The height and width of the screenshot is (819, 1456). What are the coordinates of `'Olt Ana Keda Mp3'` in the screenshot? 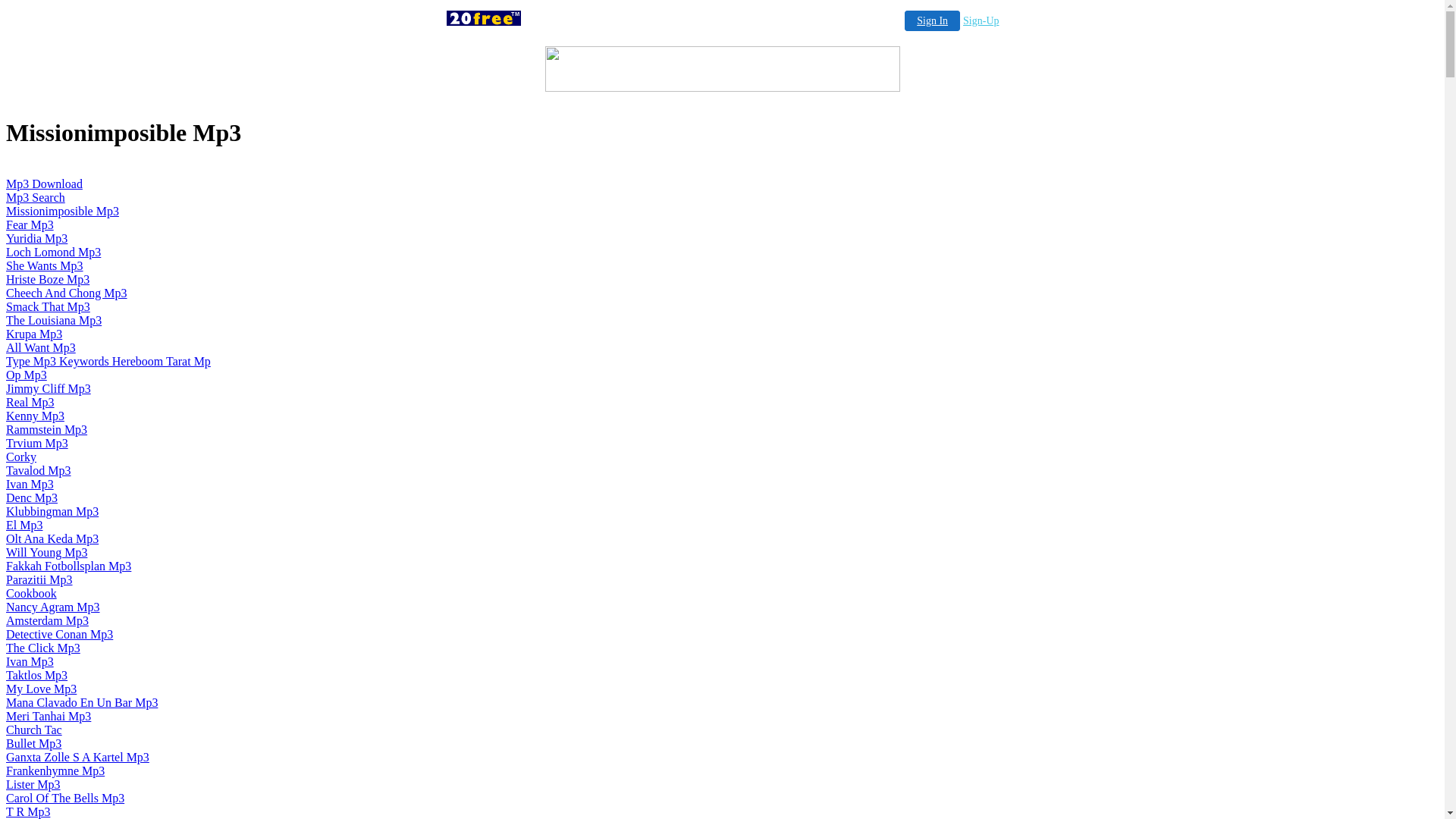 It's located at (52, 538).